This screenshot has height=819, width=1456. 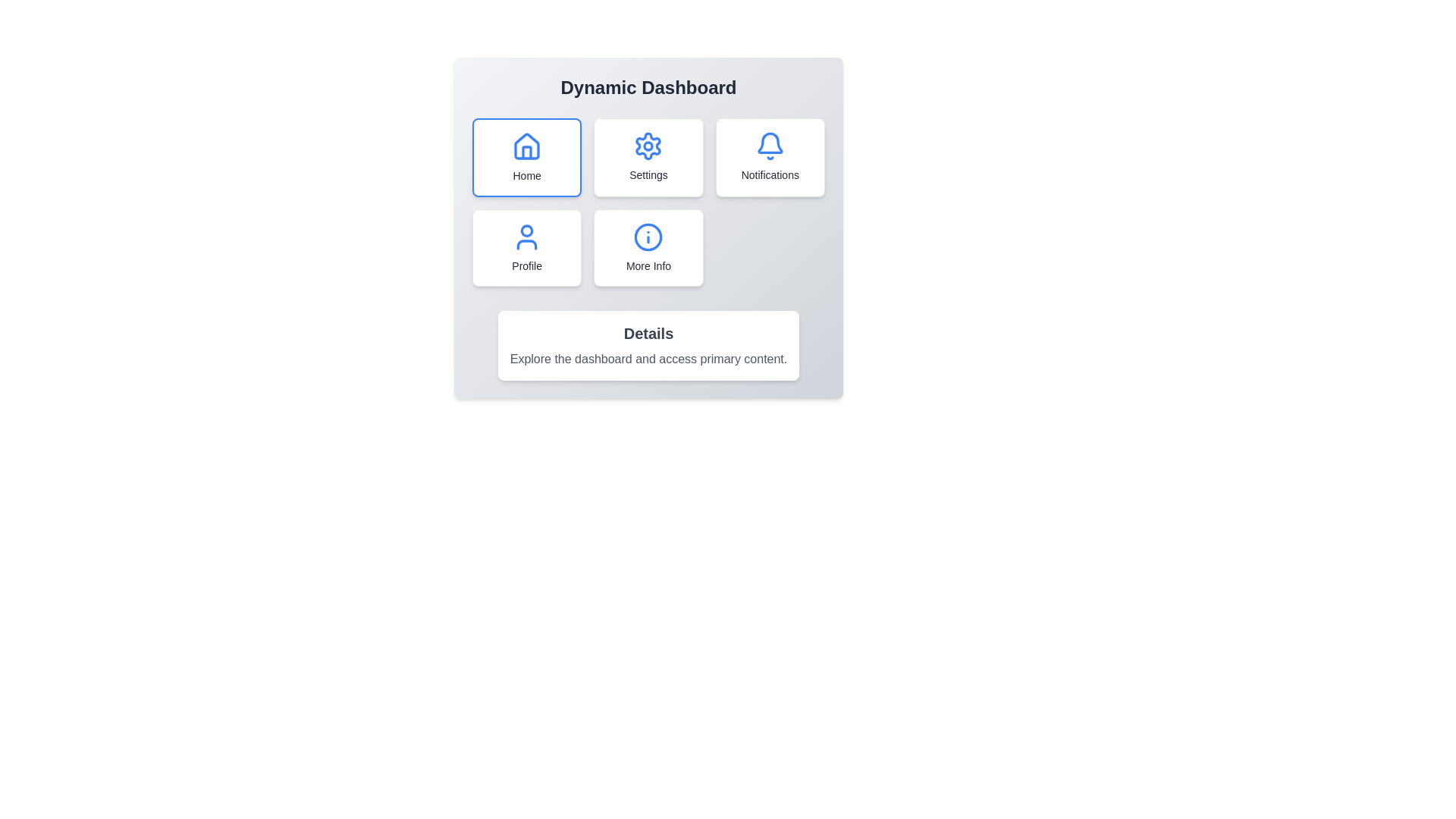 What do you see at coordinates (527, 244) in the screenshot?
I see `the lower segment of the 'Profile' icon, which is part of a button intended to navigate to a user profile or related section` at bounding box center [527, 244].